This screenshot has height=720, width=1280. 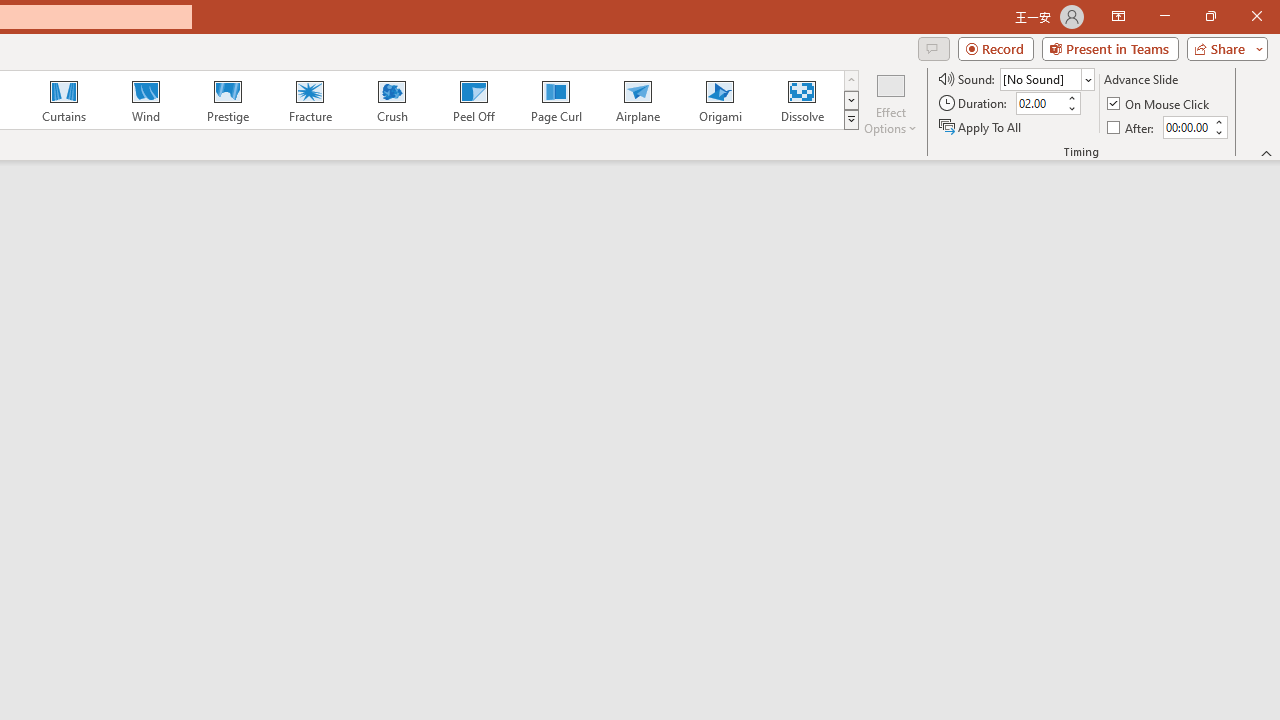 I want to click on 'Fracture', so click(x=308, y=100).